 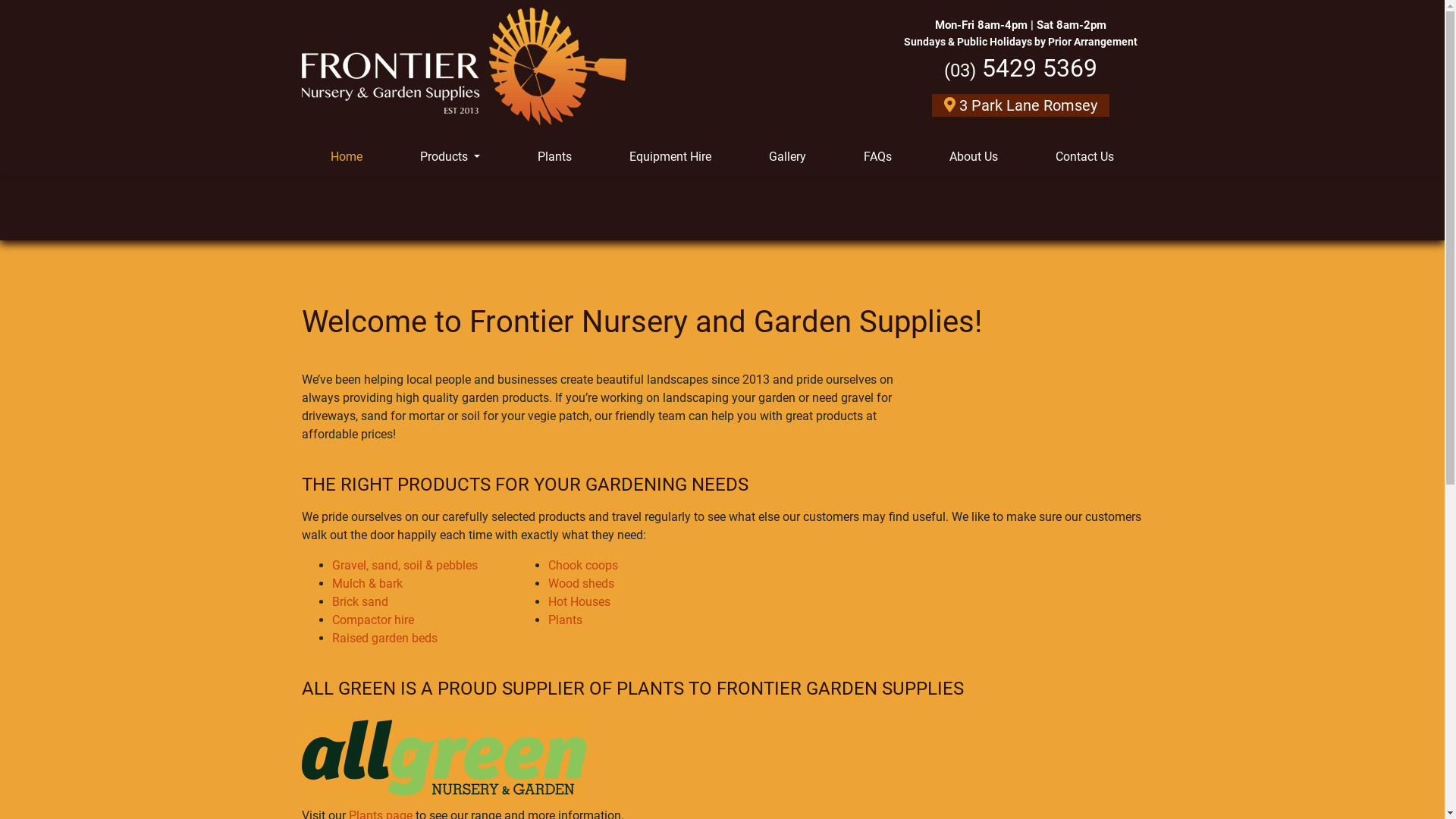 What do you see at coordinates (973, 157) in the screenshot?
I see `'About Us'` at bounding box center [973, 157].